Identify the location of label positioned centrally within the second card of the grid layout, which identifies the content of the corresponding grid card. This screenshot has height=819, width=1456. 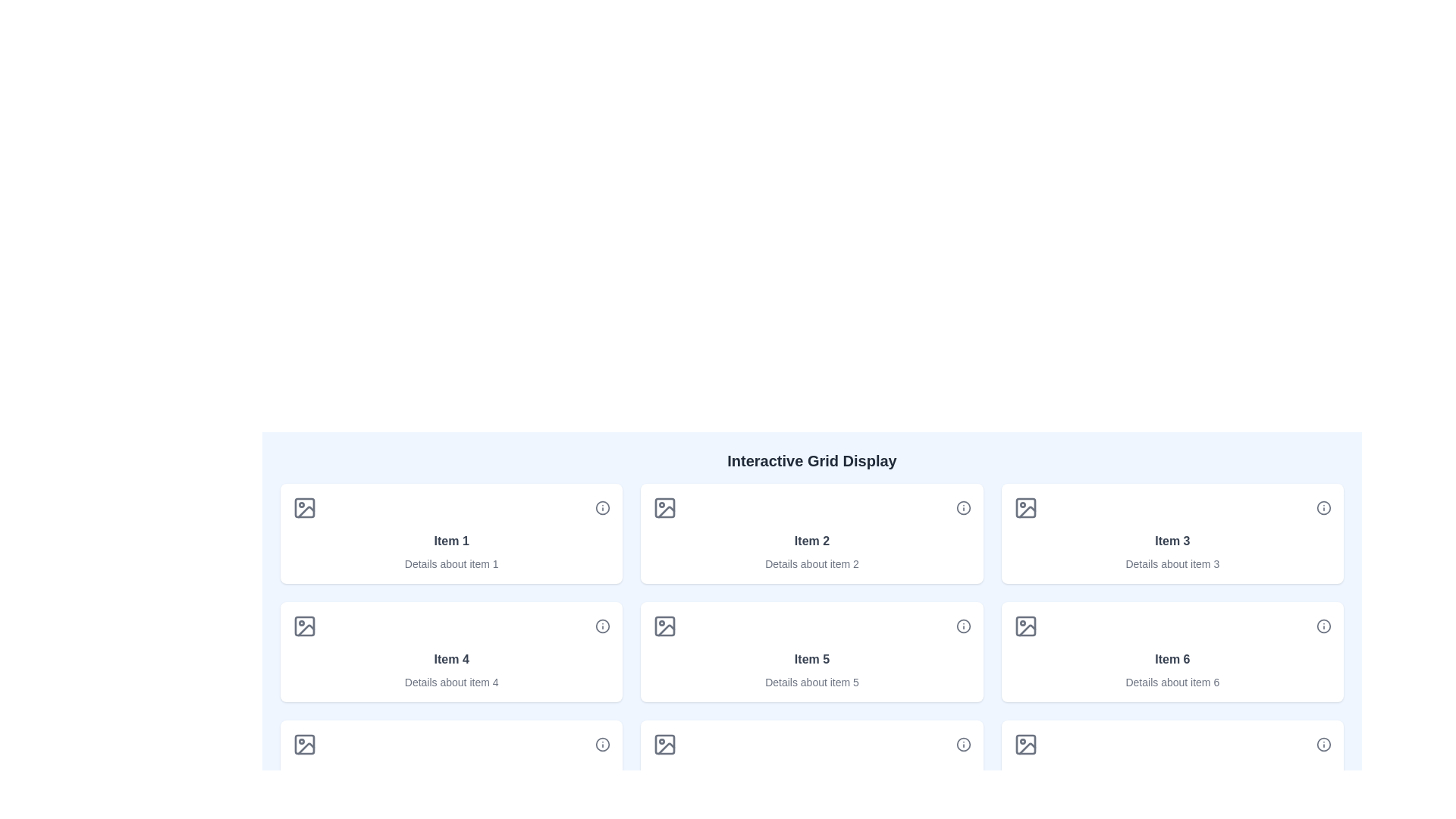
(811, 540).